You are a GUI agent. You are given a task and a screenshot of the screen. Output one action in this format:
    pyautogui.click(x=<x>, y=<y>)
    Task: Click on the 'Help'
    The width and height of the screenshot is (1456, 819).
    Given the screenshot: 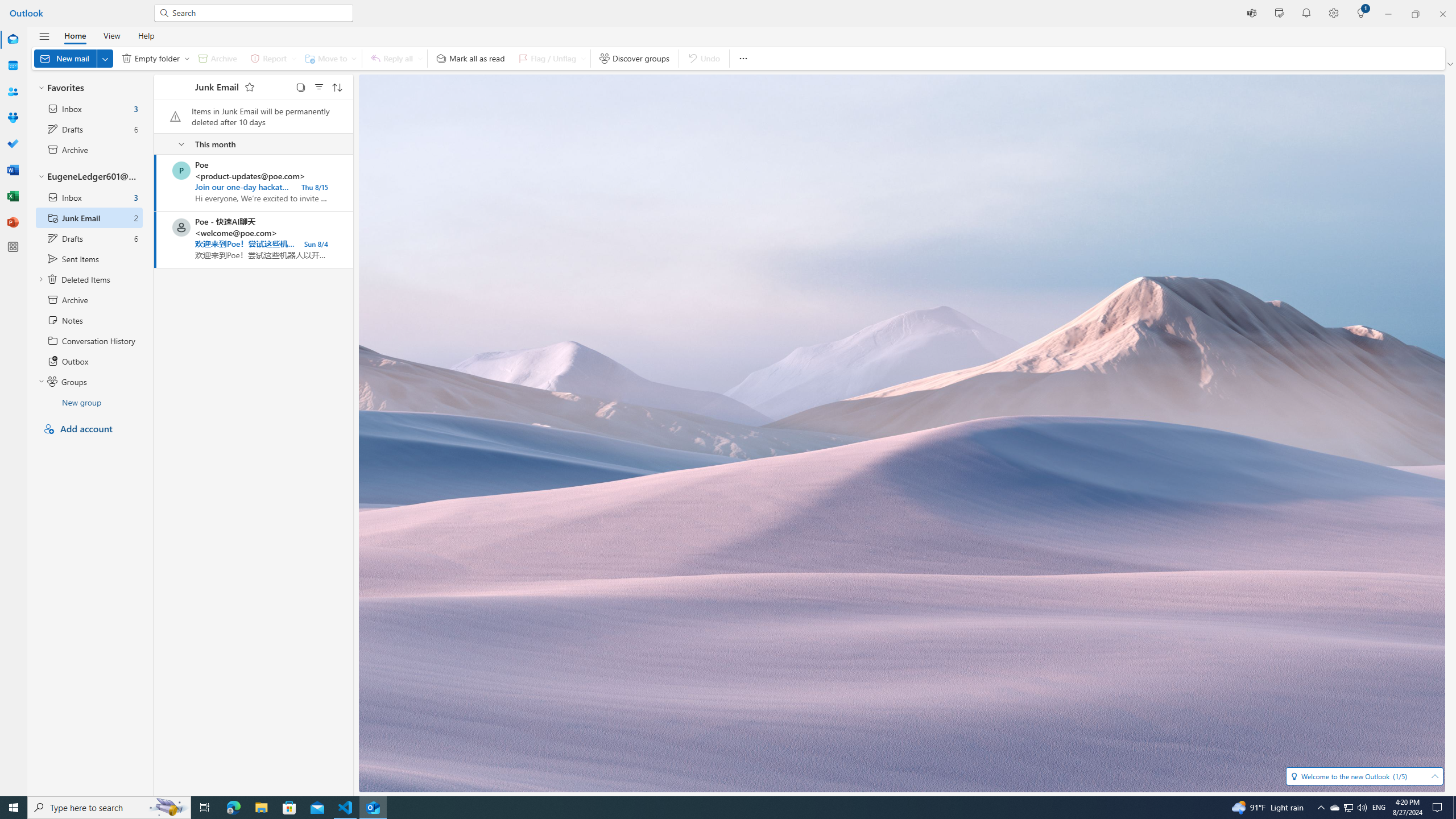 What is the action you would take?
    pyautogui.click(x=146, y=35)
    